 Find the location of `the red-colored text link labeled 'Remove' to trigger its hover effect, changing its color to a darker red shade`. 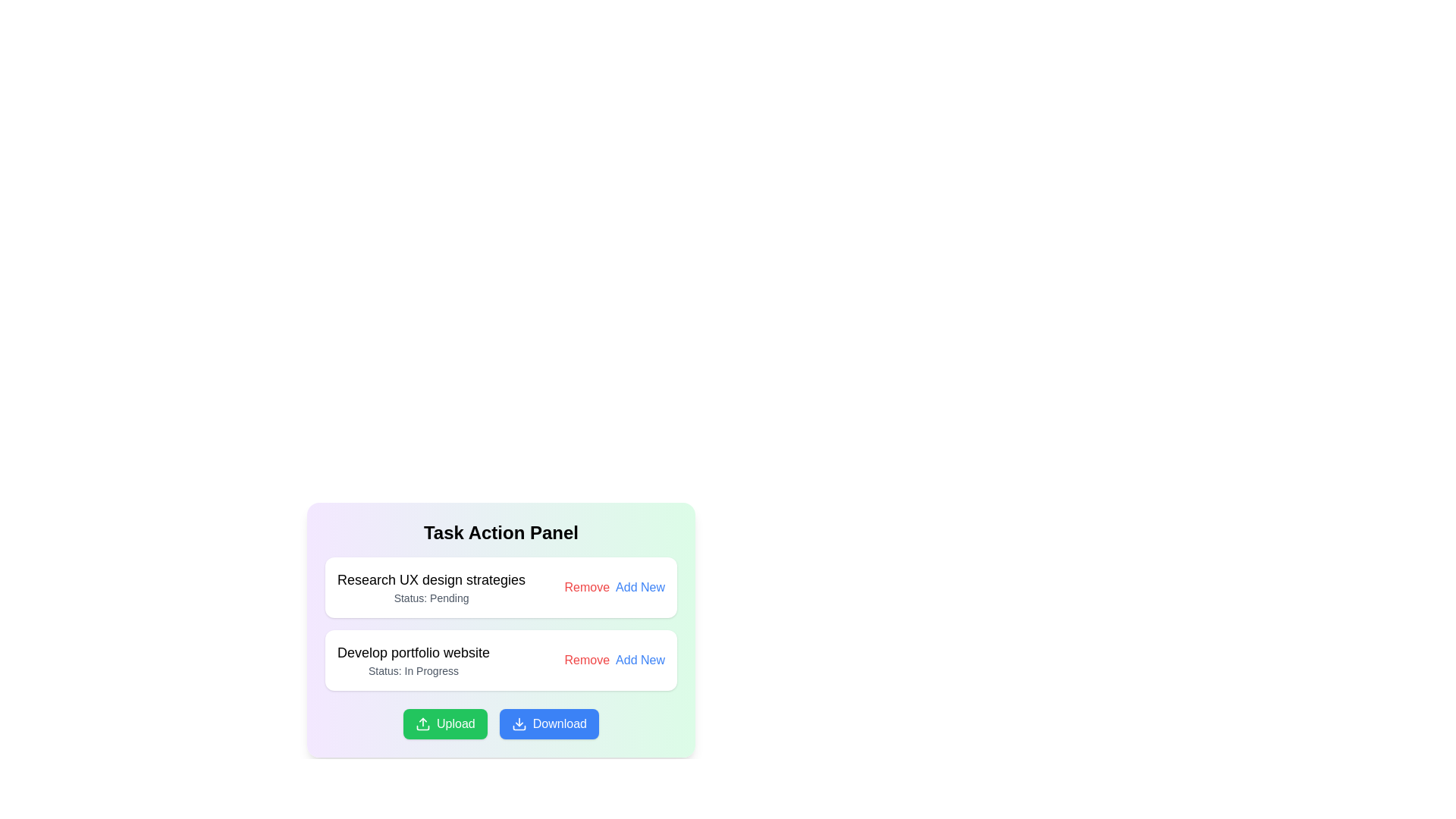

the red-colored text link labeled 'Remove' to trigger its hover effect, changing its color to a darker red shade is located at coordinates (586, 660).